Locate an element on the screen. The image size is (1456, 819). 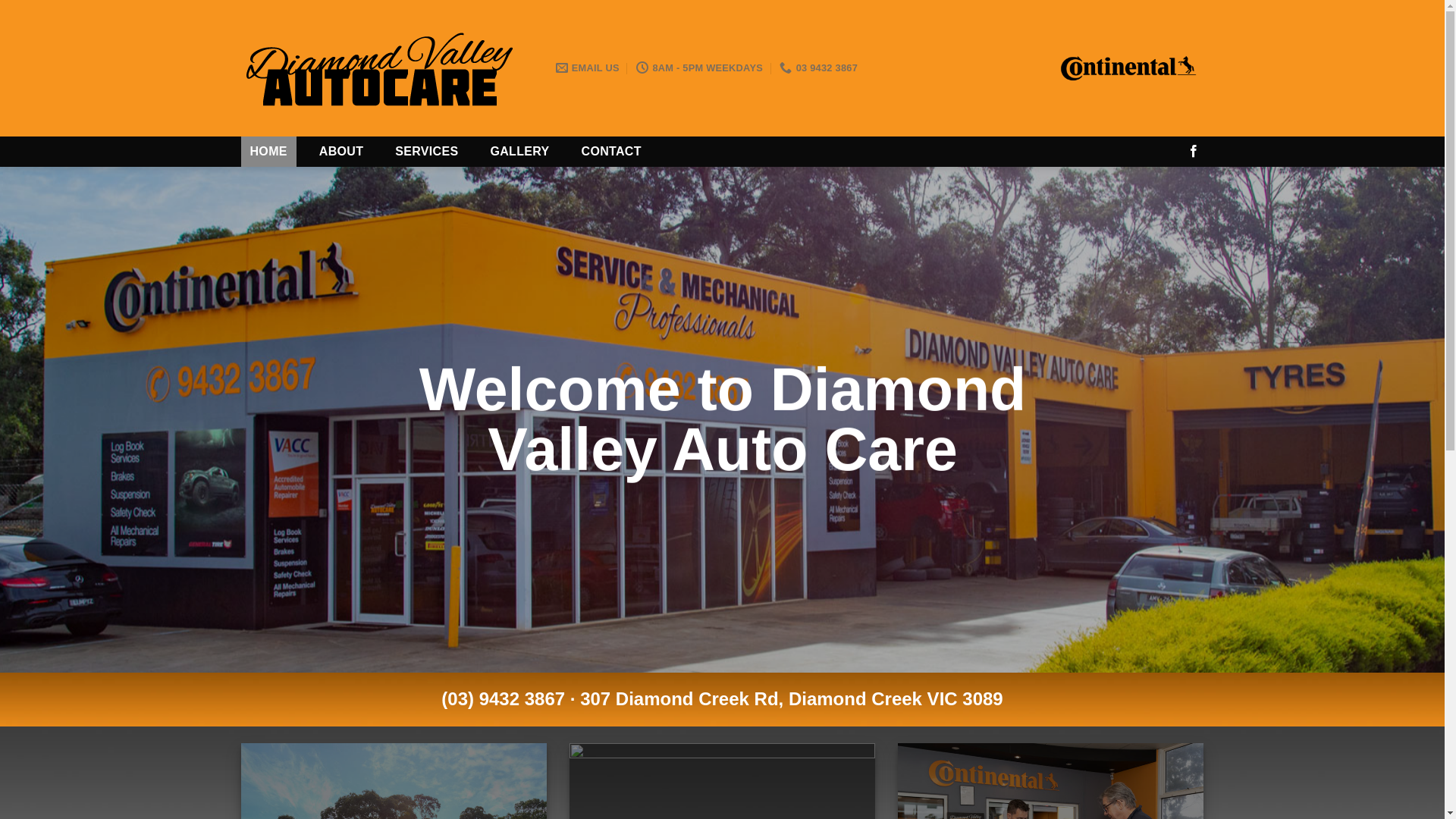
'307 Diamond Creek Rd, Diamond Creek VIC 3089' is located at coordinates (790, 698).